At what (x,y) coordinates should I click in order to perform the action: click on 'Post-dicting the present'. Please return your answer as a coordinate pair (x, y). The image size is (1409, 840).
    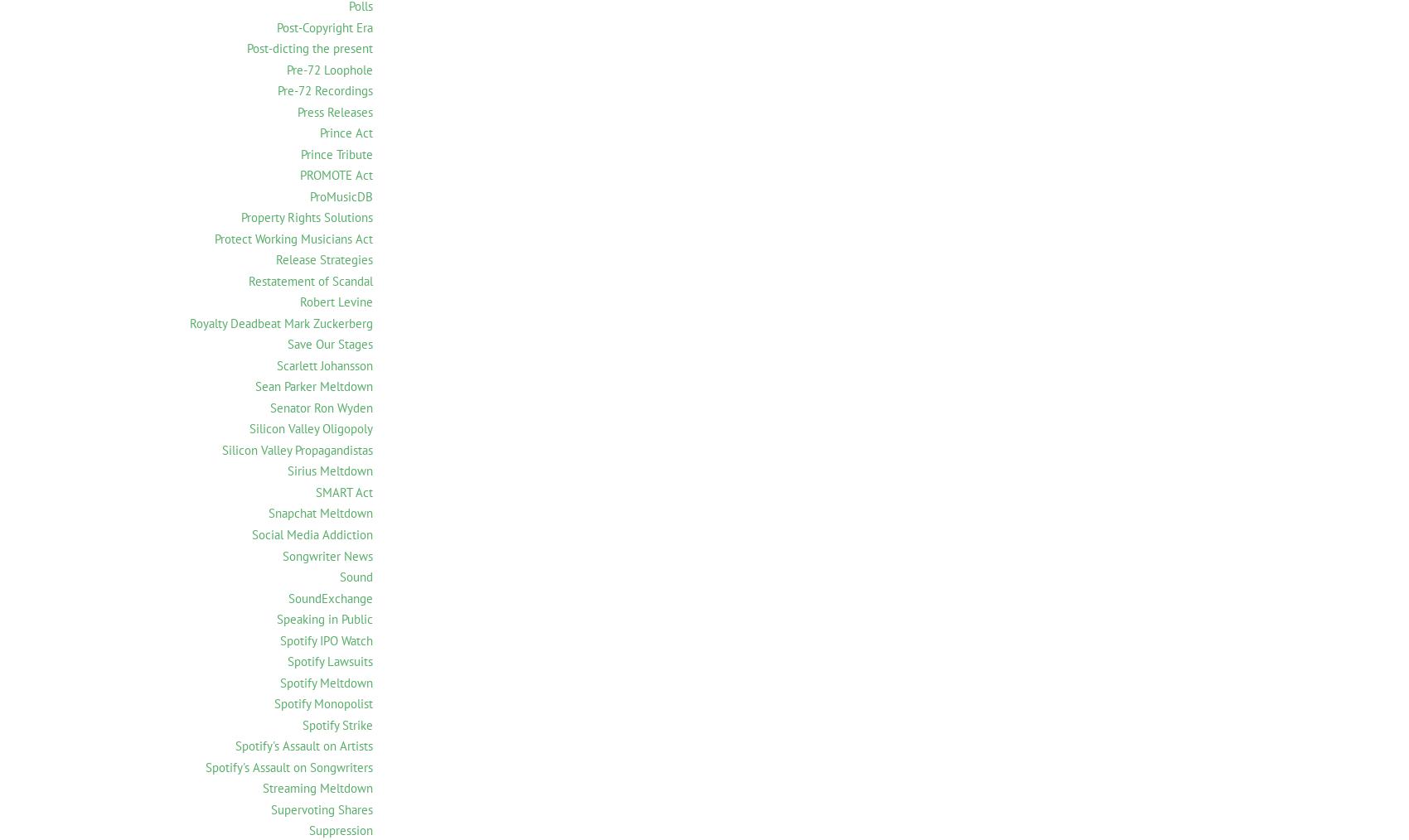
    Looking at the image, I should click on (309, 47).